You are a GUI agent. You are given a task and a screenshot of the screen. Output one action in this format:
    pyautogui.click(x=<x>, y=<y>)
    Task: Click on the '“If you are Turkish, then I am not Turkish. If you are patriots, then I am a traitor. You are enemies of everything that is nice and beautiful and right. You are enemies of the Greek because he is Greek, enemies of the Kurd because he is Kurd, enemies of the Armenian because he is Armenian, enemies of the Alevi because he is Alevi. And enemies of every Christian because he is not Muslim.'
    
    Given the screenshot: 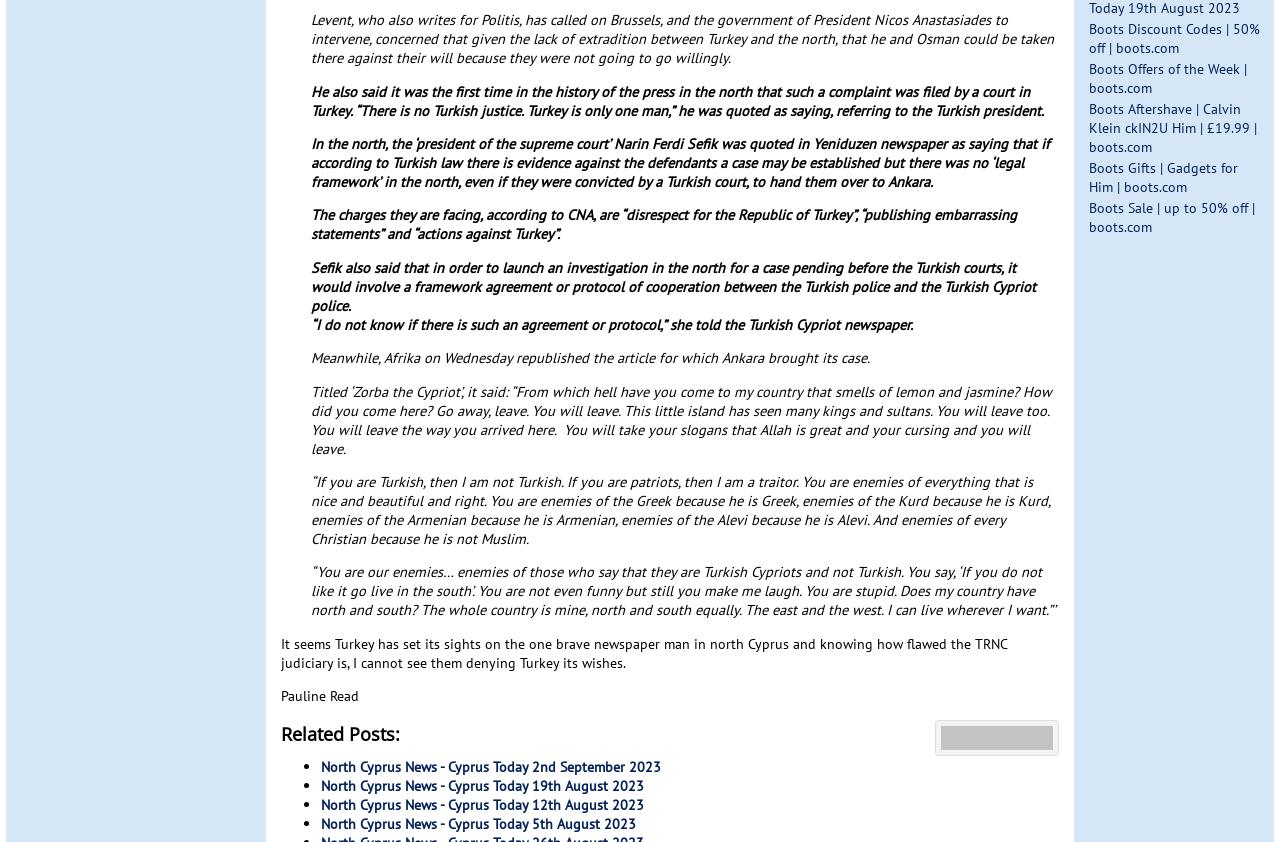 What is the action you would take?
    pyautogui.click(x=680, y=508)
    